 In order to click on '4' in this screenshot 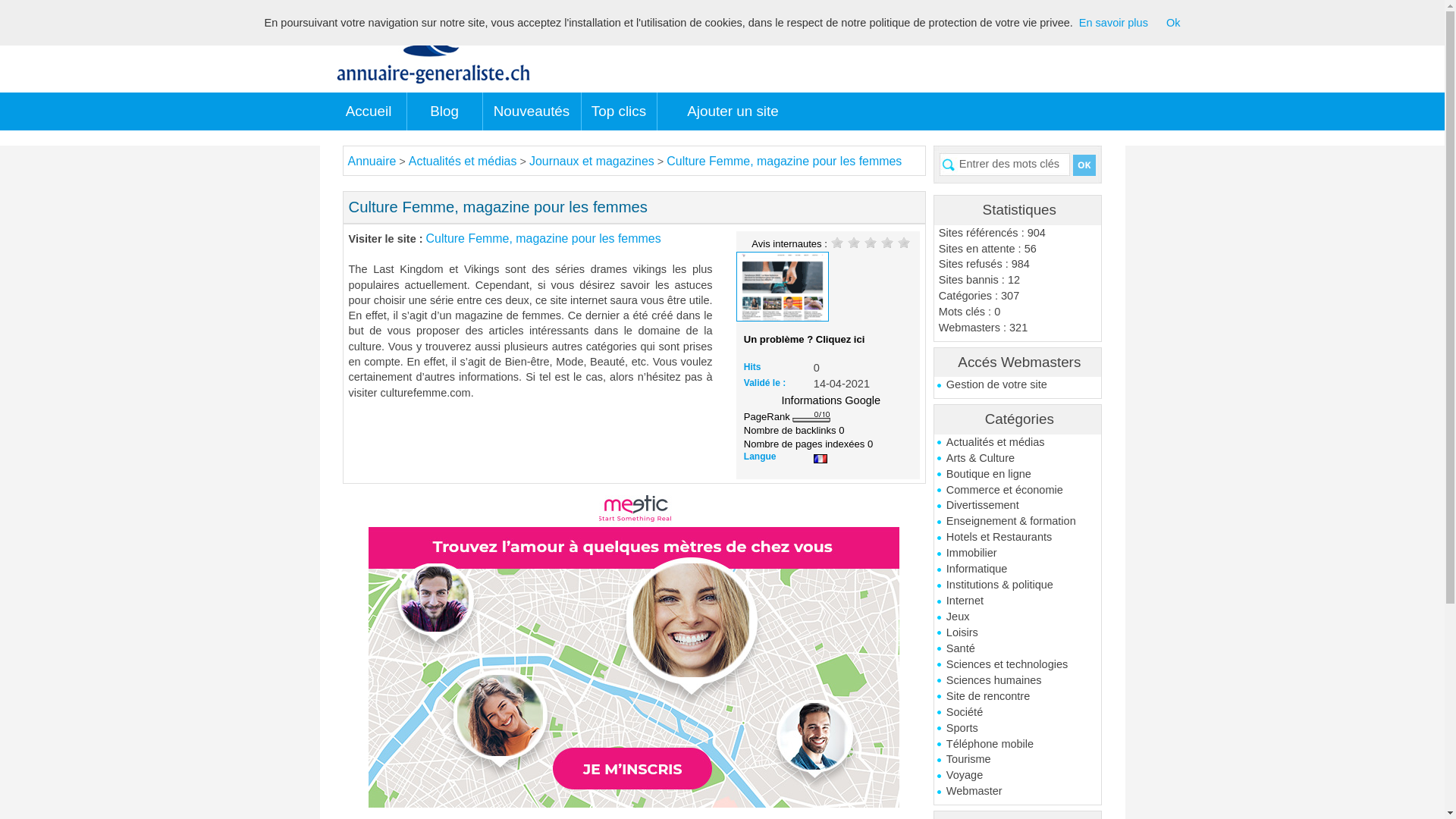, I will do `click(887, 241)`.